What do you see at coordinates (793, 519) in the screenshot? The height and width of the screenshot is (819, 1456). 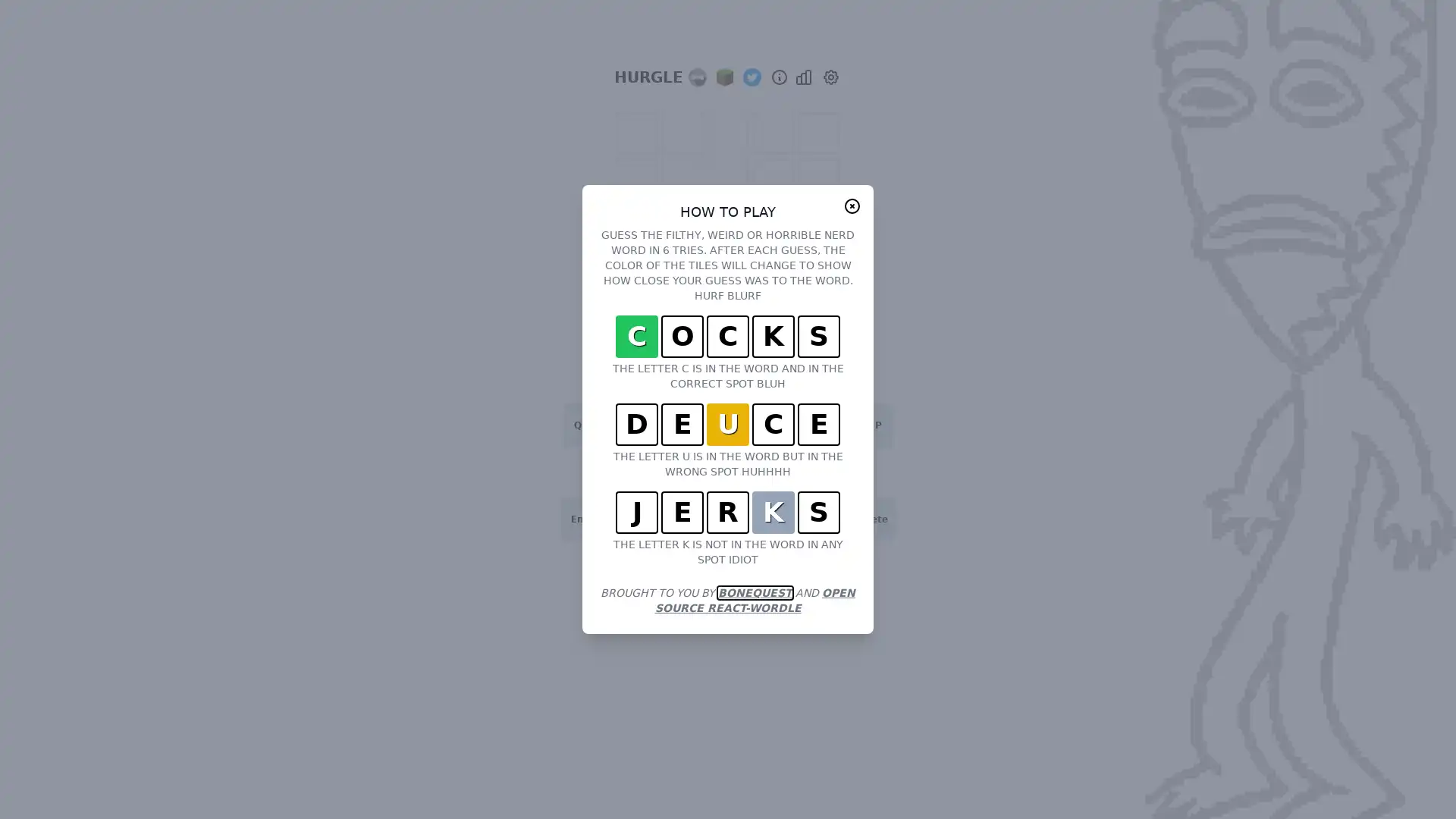 I see `N` at bounding box center [793, 519].